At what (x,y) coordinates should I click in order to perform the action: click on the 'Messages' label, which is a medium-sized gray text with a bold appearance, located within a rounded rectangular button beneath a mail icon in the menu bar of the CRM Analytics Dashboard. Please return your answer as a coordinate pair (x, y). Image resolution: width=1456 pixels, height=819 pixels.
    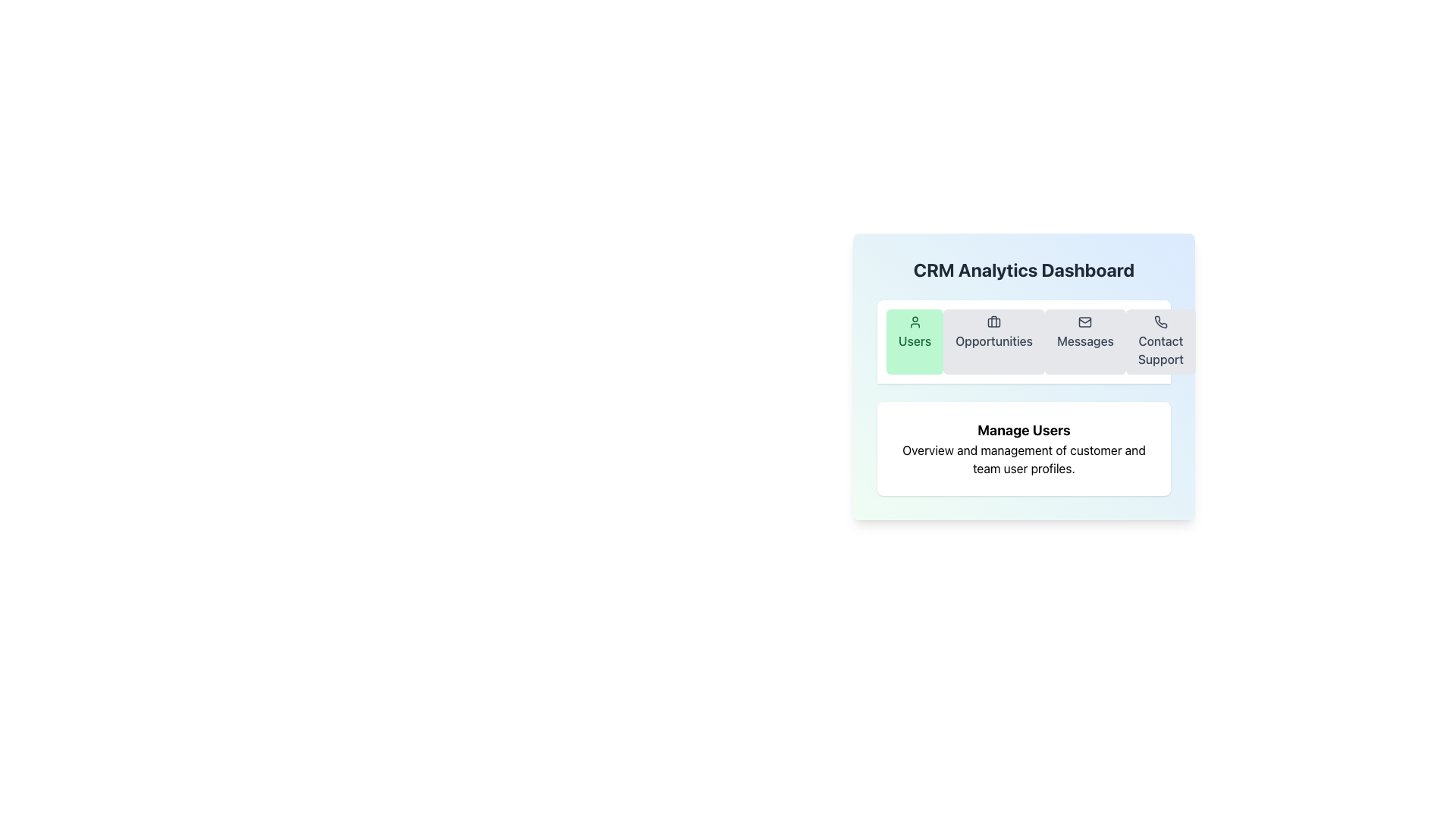
    Looking at the image, I should click on (1084, 341).